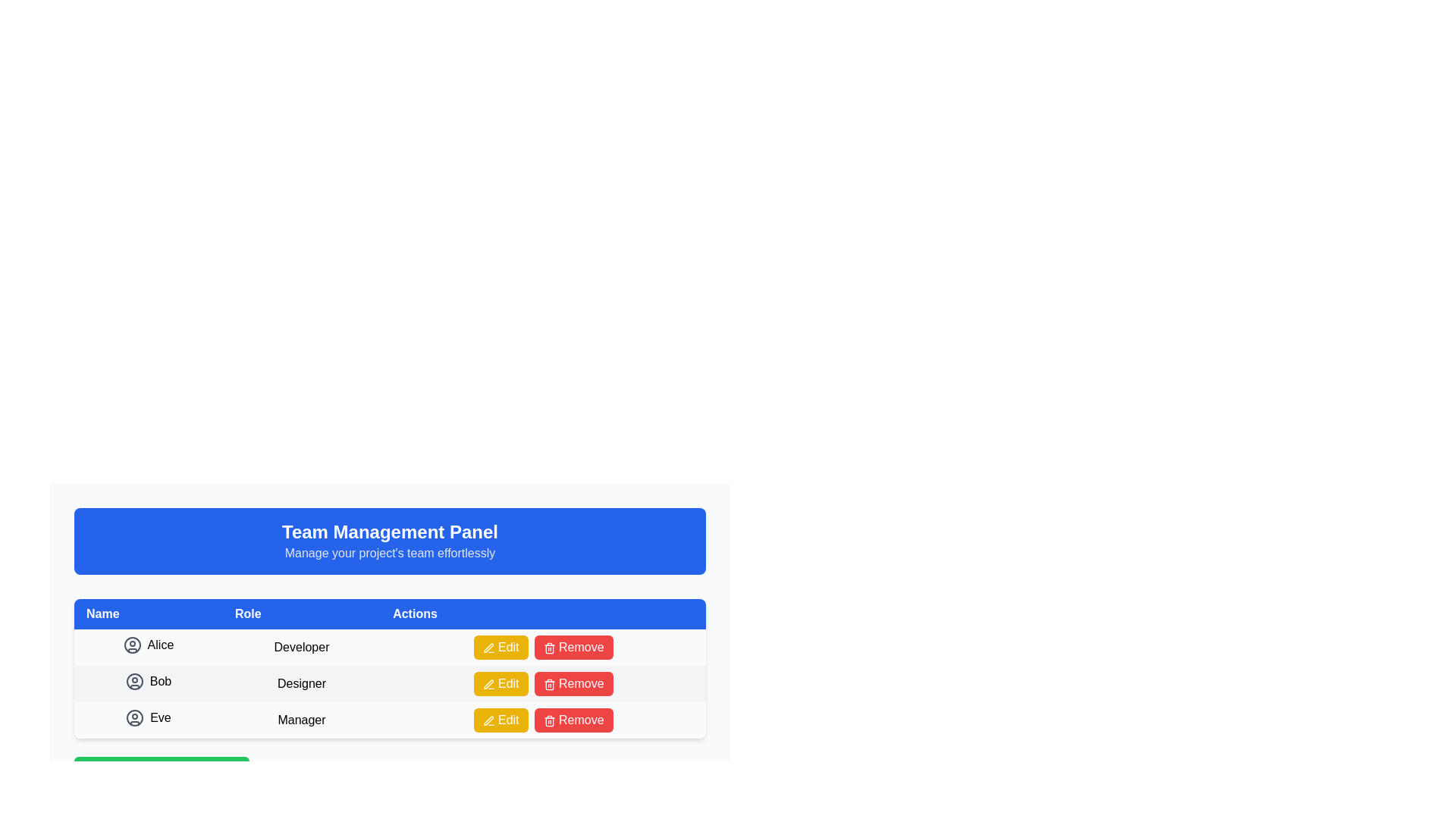 This screenshot has height=819, width=1456. What do you see at coordinates (149, 647) in the screenshot?
I see `the label displaying the name 'Alice' which is the first entry in the 'Name' column of the data table, adjacent to the role 'Developer'` at bounding box center [149, 647].